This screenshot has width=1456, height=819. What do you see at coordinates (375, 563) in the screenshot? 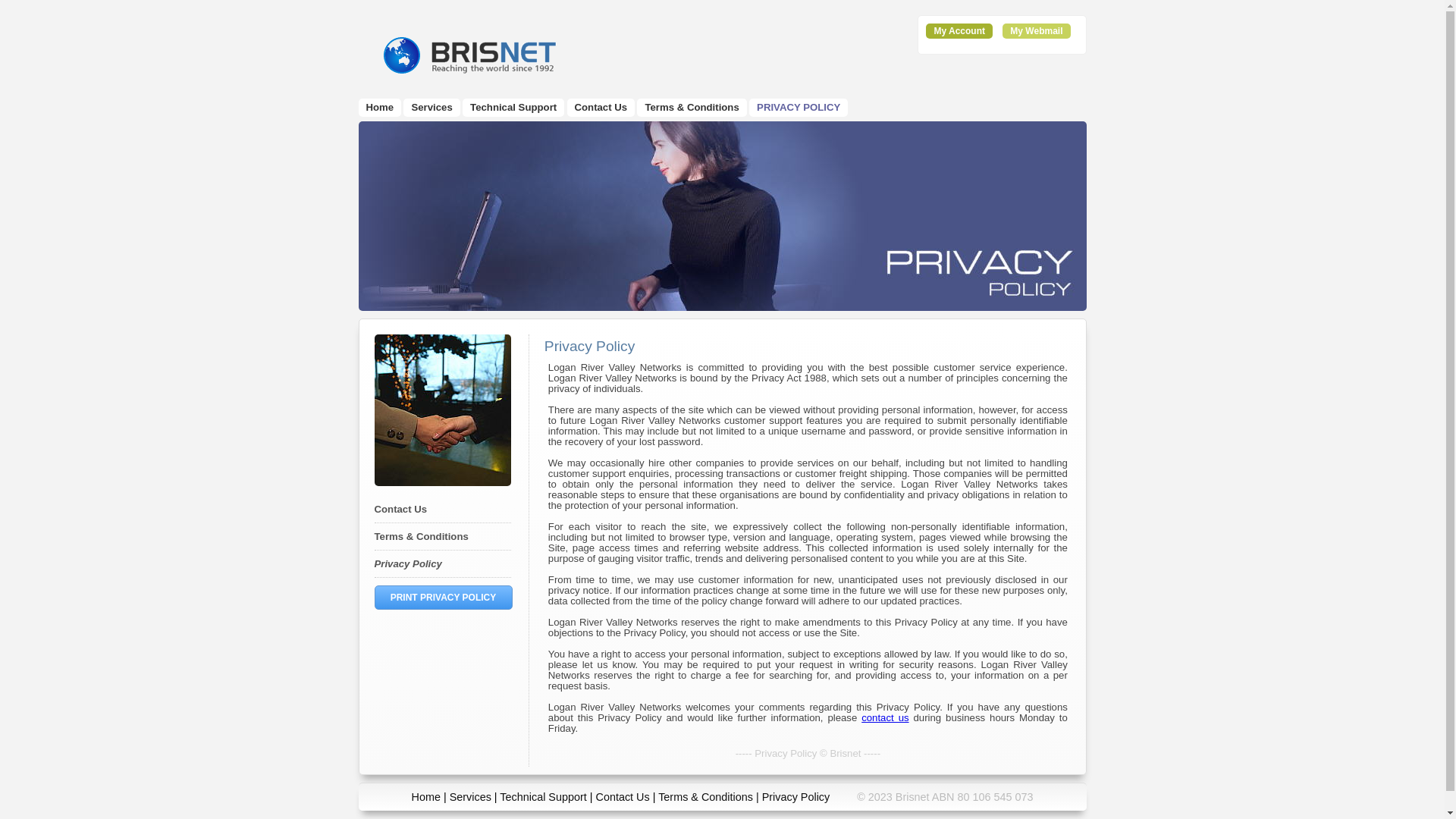
I see `'Privacy Policy'` at bounding box center [375, 563].